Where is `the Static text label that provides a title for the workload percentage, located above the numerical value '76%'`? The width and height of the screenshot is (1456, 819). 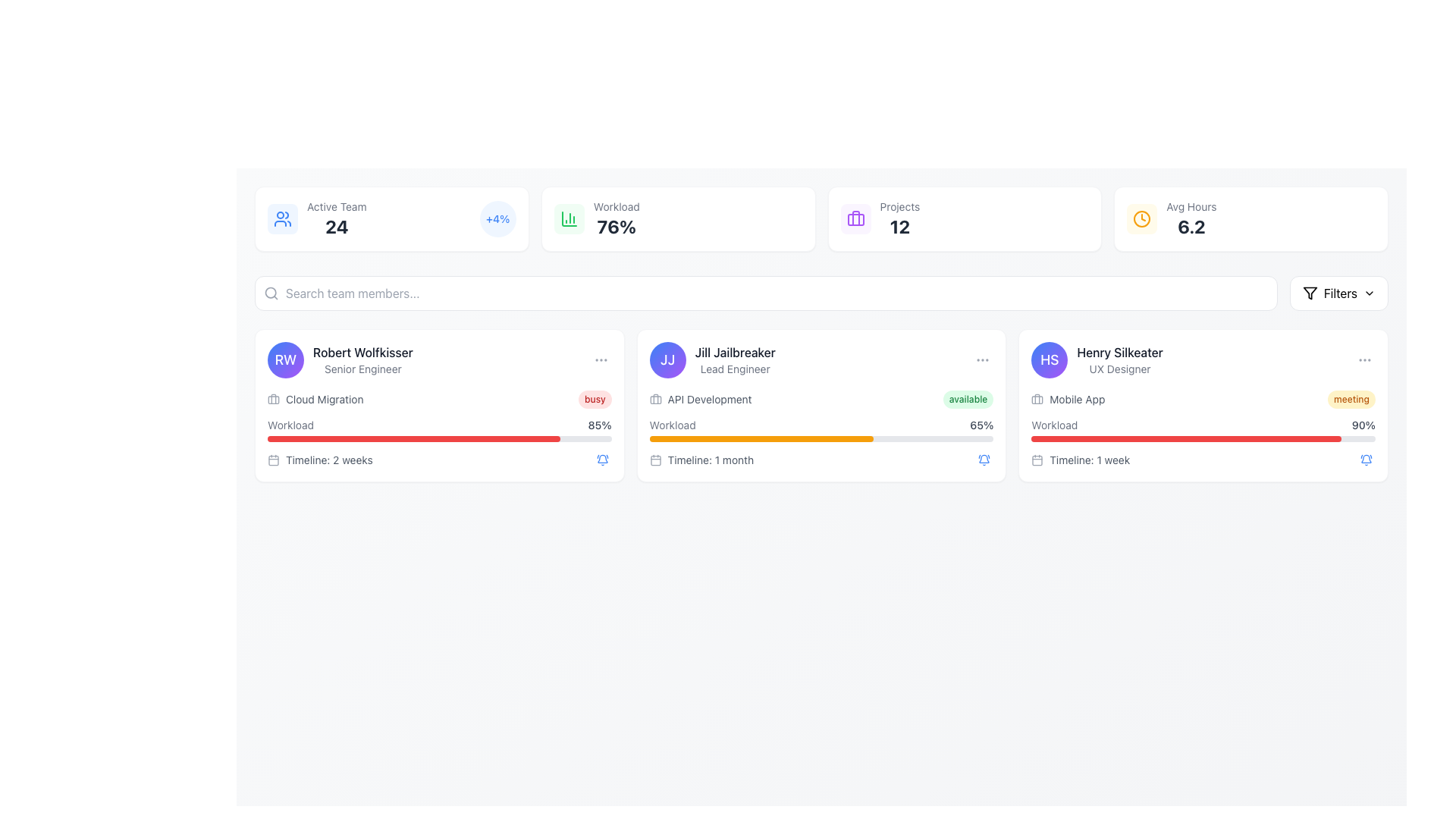
the Static text label that provides a title for the workload percentage, located above the numerical value '76%' is located at coordinates (617, 207).